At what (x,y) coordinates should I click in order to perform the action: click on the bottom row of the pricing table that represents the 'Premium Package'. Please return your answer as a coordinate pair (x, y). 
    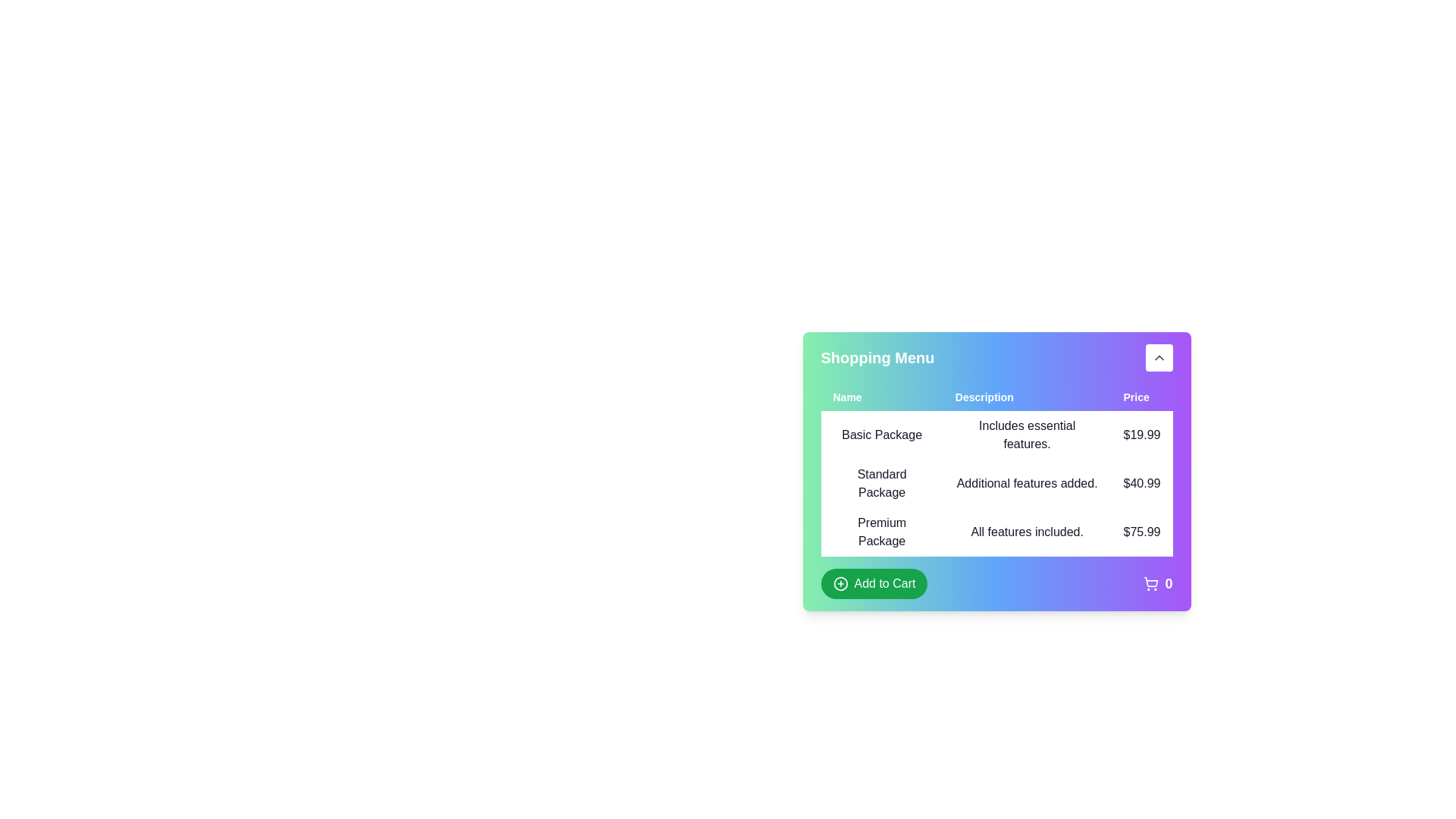
    Looking at the image, I should click on (996, 532).